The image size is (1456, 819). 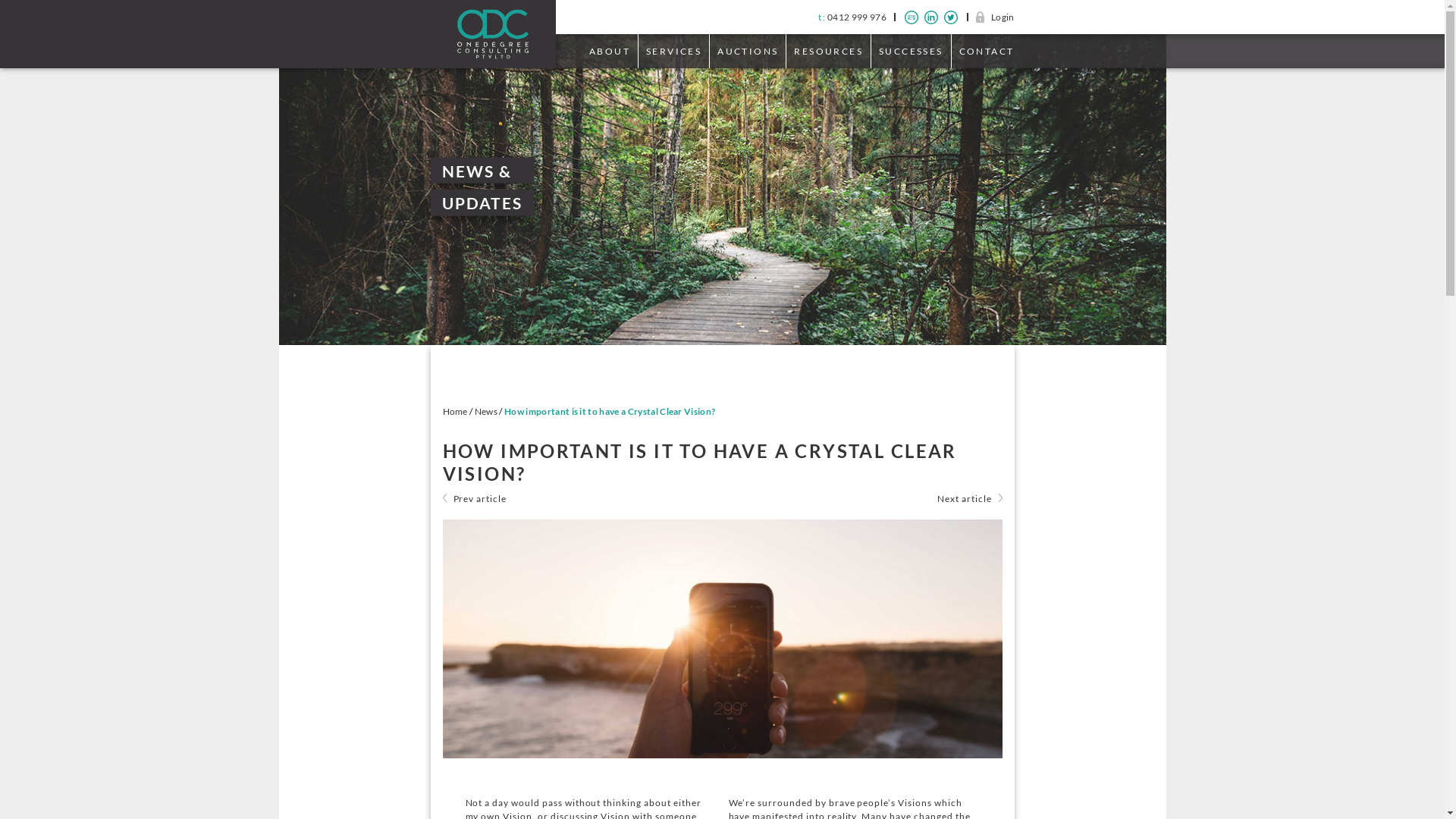 What do you see at coordinates (442, 411) in the screenshot?
I see `'Home'` at bounding box center [442, 411].